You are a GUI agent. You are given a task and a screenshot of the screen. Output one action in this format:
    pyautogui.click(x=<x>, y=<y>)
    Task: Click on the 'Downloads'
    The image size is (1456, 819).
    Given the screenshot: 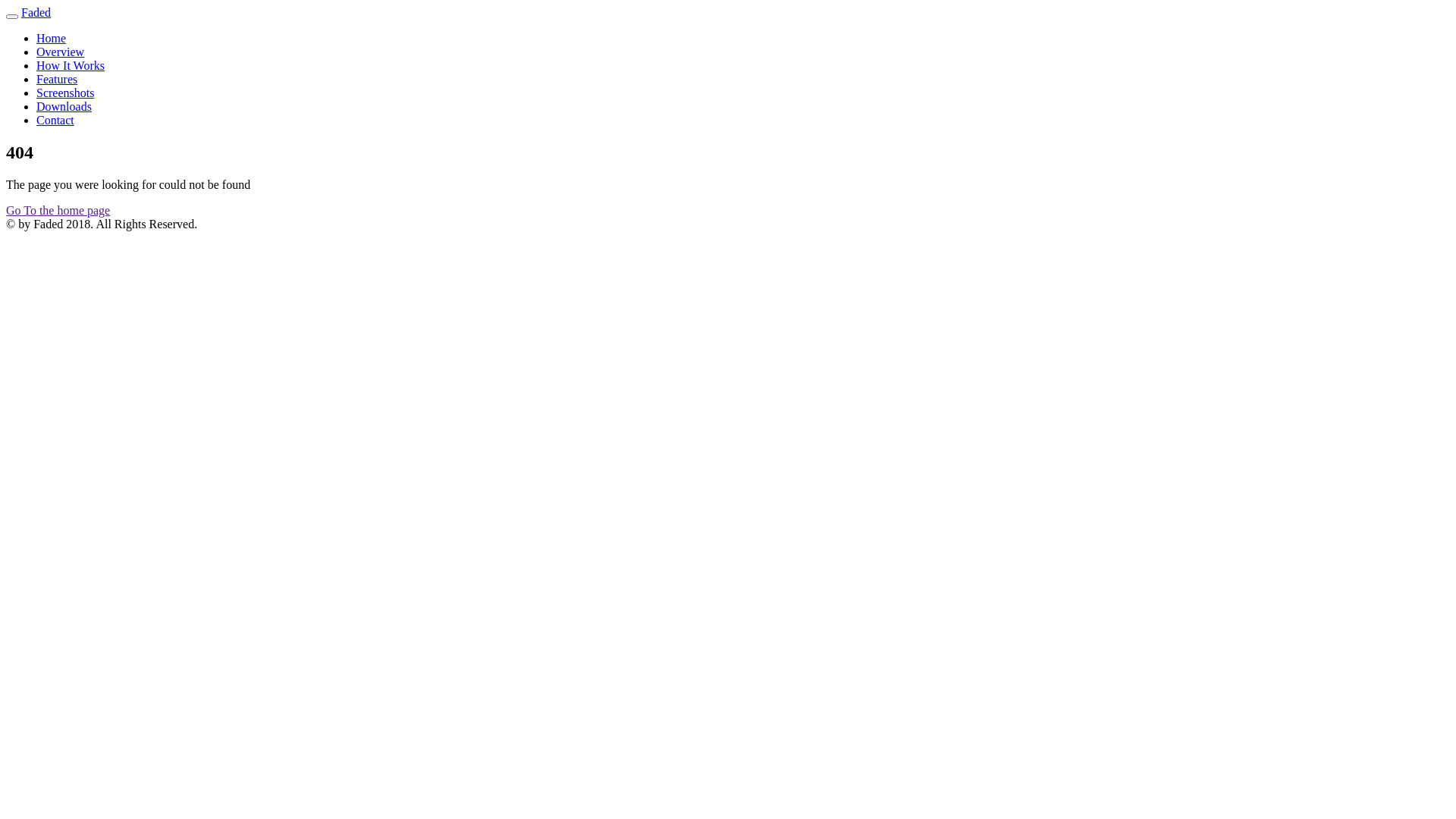 What is the action you would take?
    pyautogui.click(x=63, y=105)
    